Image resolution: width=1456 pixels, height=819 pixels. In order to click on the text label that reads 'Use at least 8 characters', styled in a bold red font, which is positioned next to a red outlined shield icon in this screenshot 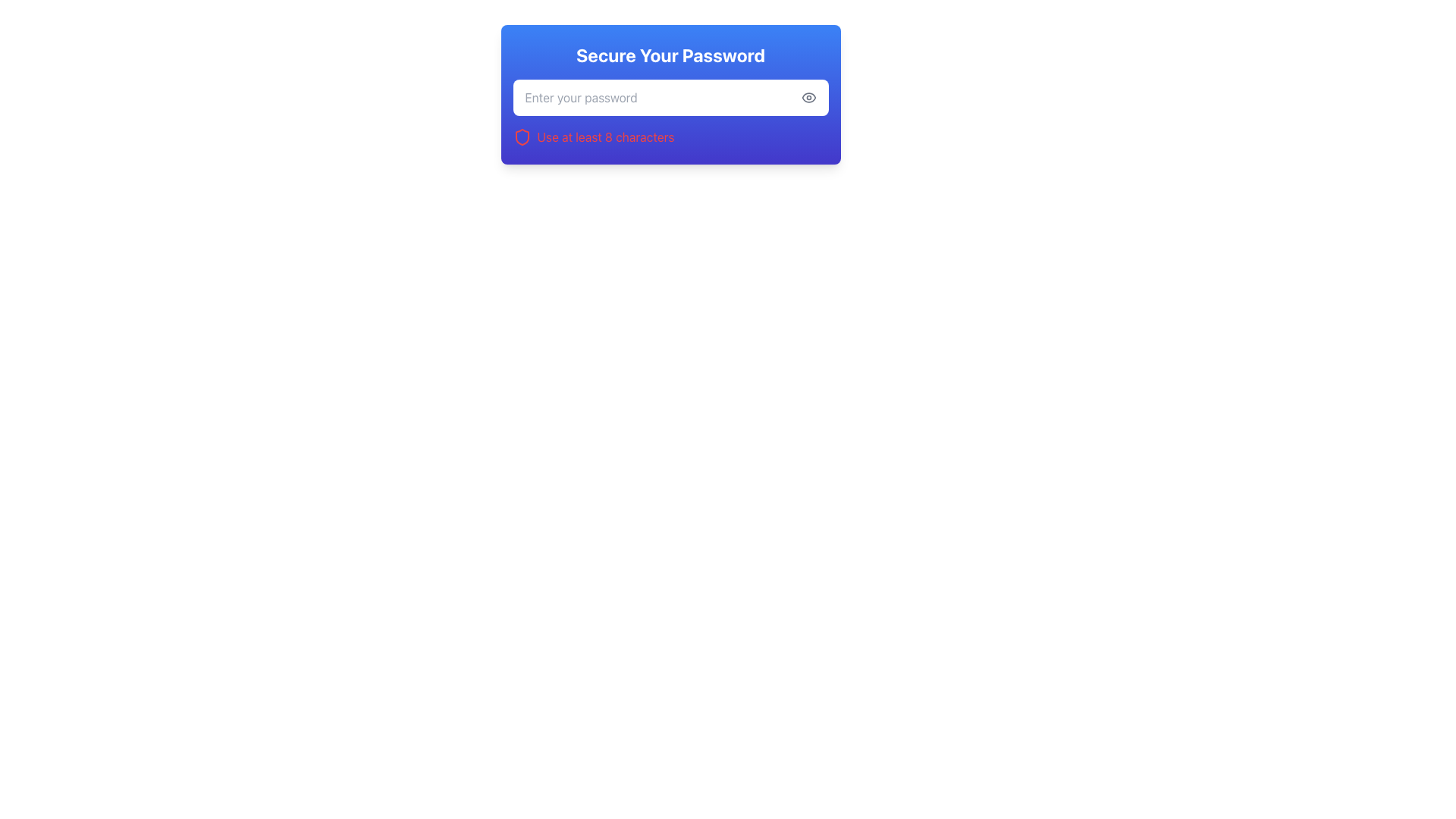, I will do `click(604, 137)`.